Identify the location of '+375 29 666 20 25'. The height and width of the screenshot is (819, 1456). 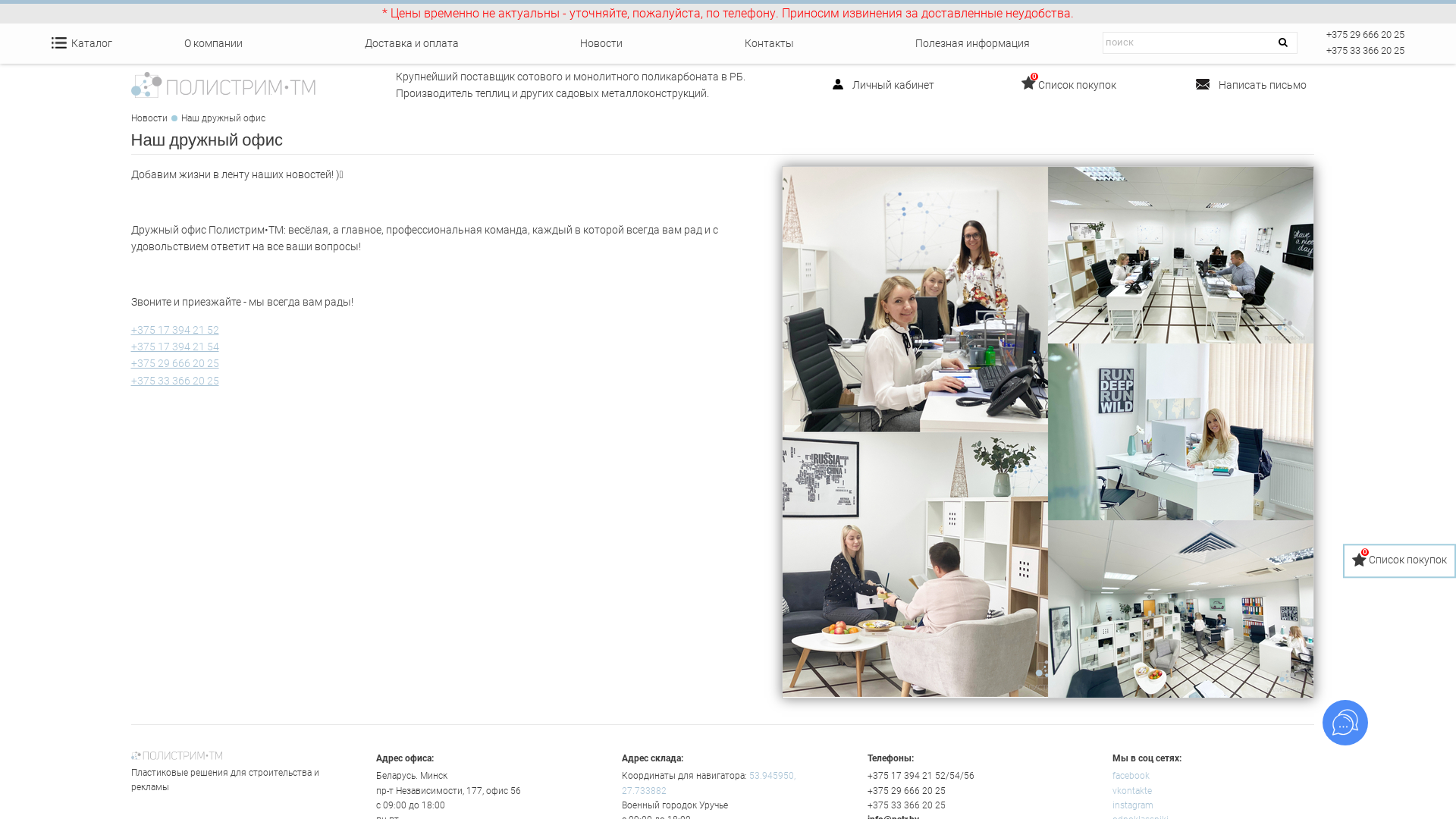
(174, 362).